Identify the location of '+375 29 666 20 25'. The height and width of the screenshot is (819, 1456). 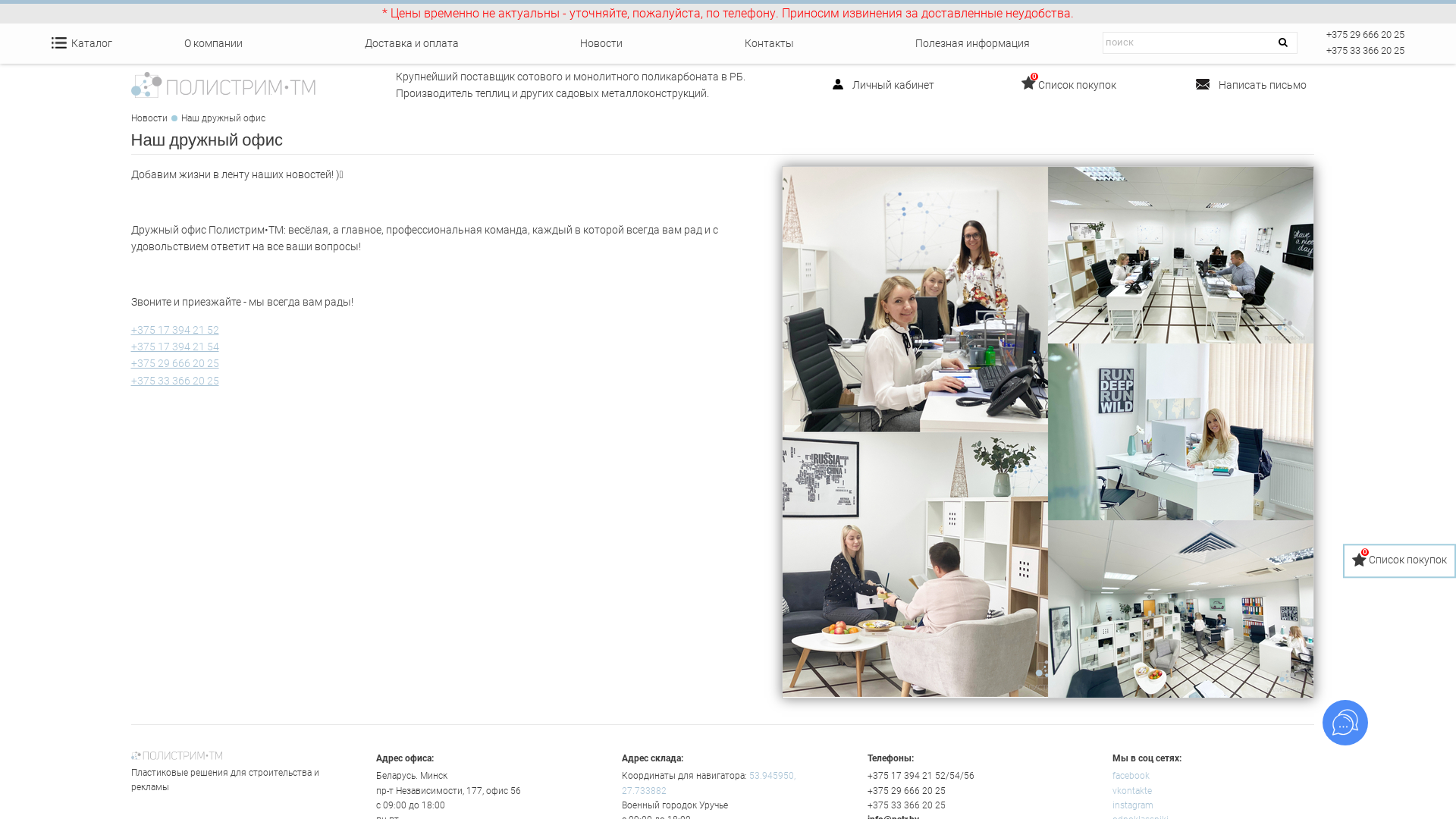
(174, 362).